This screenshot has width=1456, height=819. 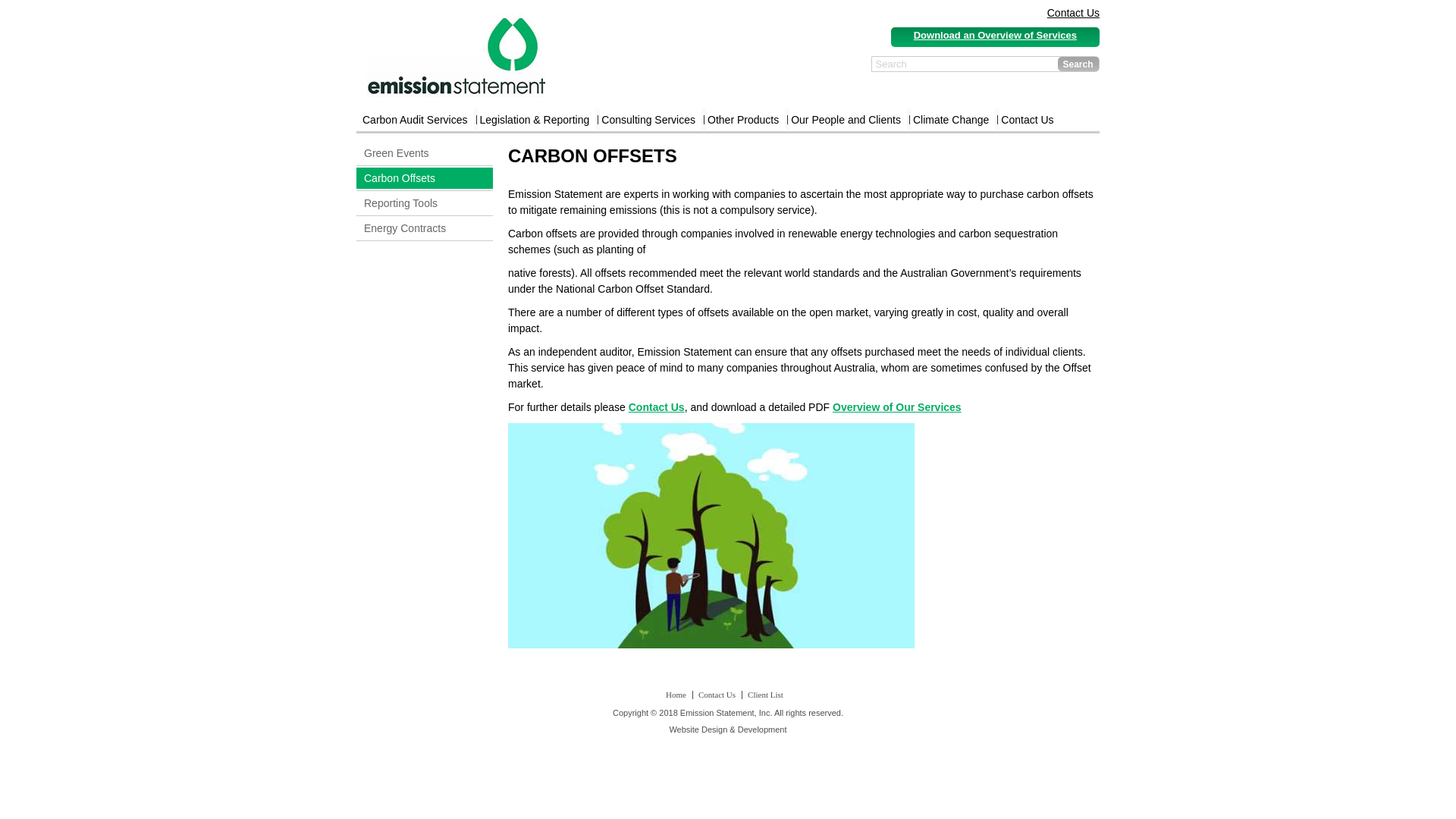 I want to click on 'Download an Overview of Services', so click(x=912, y=34).